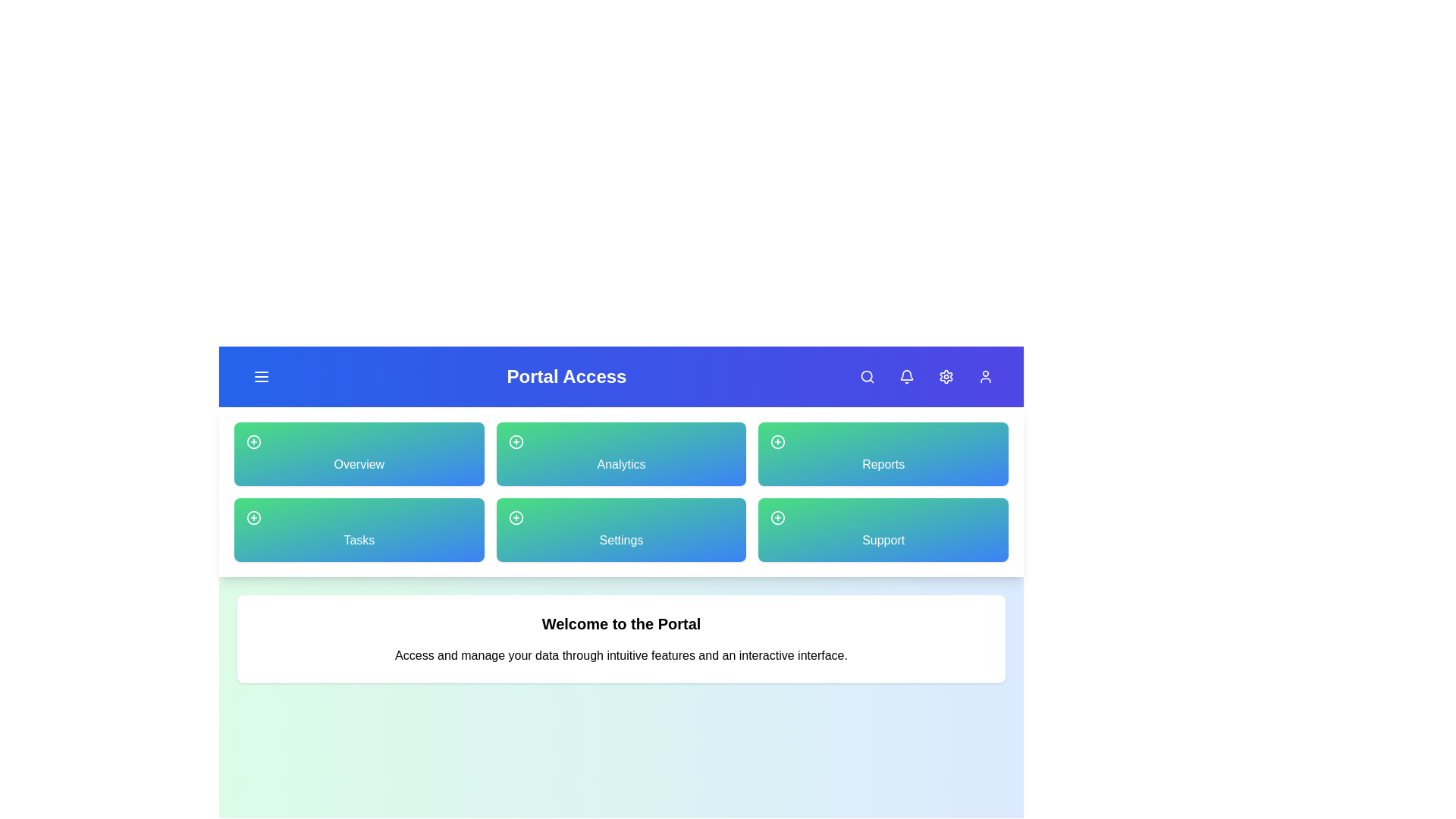 The height and width of the screenshot is (819, 1456). Describe the element at coordinates (358, 529) in the screenshot. I see `the 'Tasks' card in the EnhancedNavBar component` at that location.